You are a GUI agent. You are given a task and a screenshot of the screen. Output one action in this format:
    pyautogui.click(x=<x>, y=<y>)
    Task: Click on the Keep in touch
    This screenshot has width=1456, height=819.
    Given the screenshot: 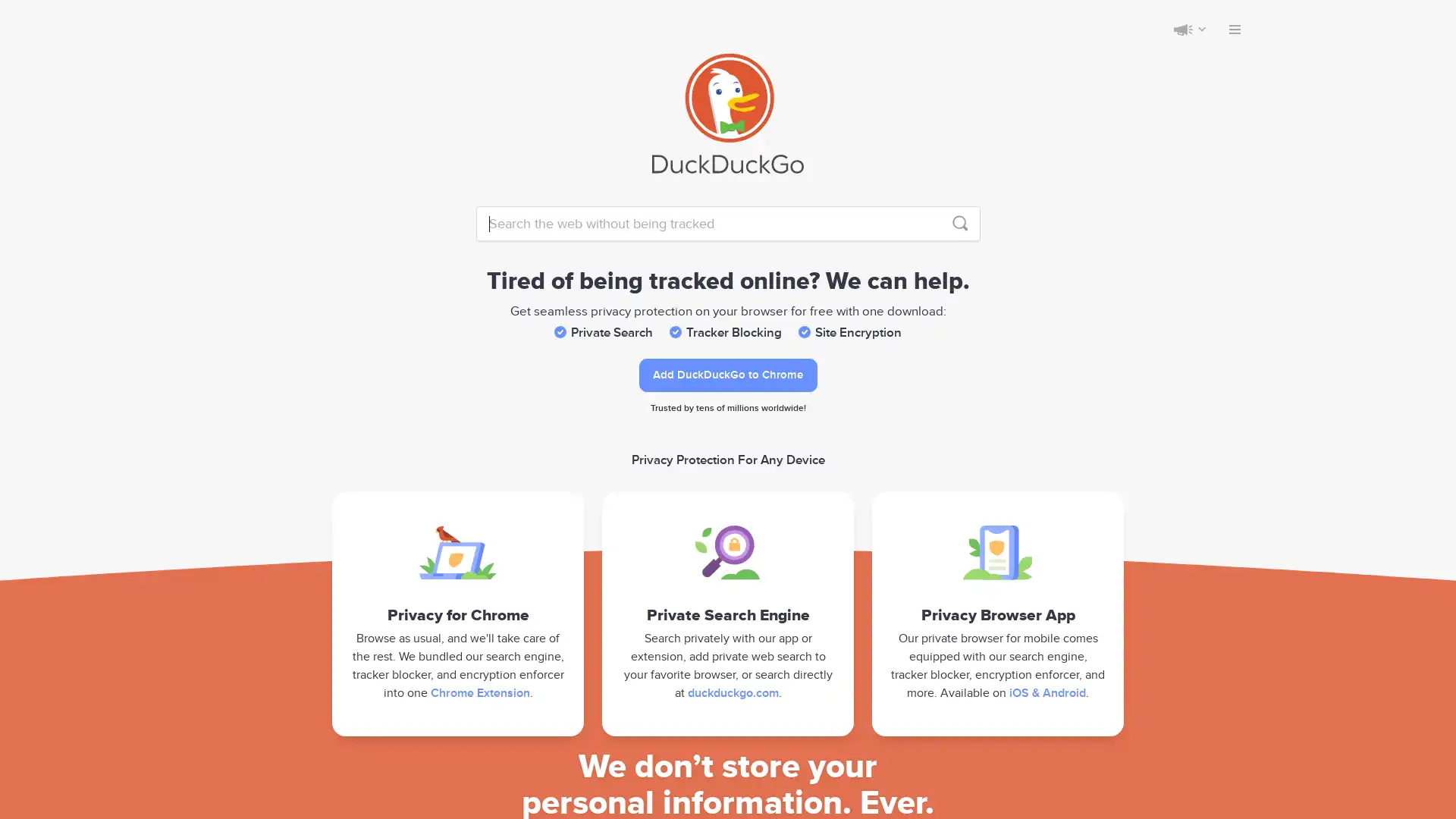 What is the action you would take?
    pyautogui.click(x=1182, y=29)
    